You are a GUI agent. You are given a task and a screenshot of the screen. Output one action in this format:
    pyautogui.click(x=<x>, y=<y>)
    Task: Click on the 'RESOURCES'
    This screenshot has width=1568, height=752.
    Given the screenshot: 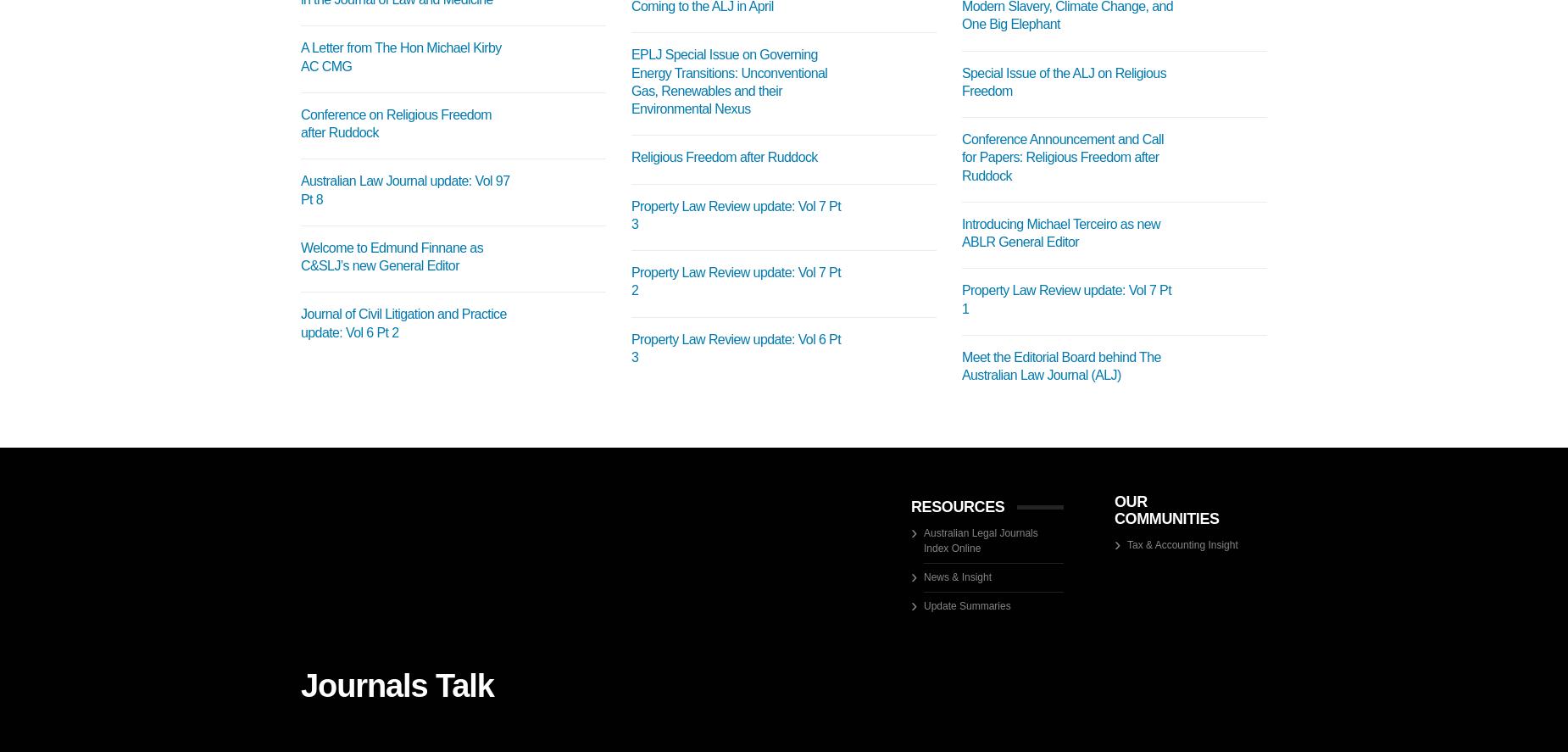 What is the action you would take?
    pyautogui.click(x=956, y=507)
    